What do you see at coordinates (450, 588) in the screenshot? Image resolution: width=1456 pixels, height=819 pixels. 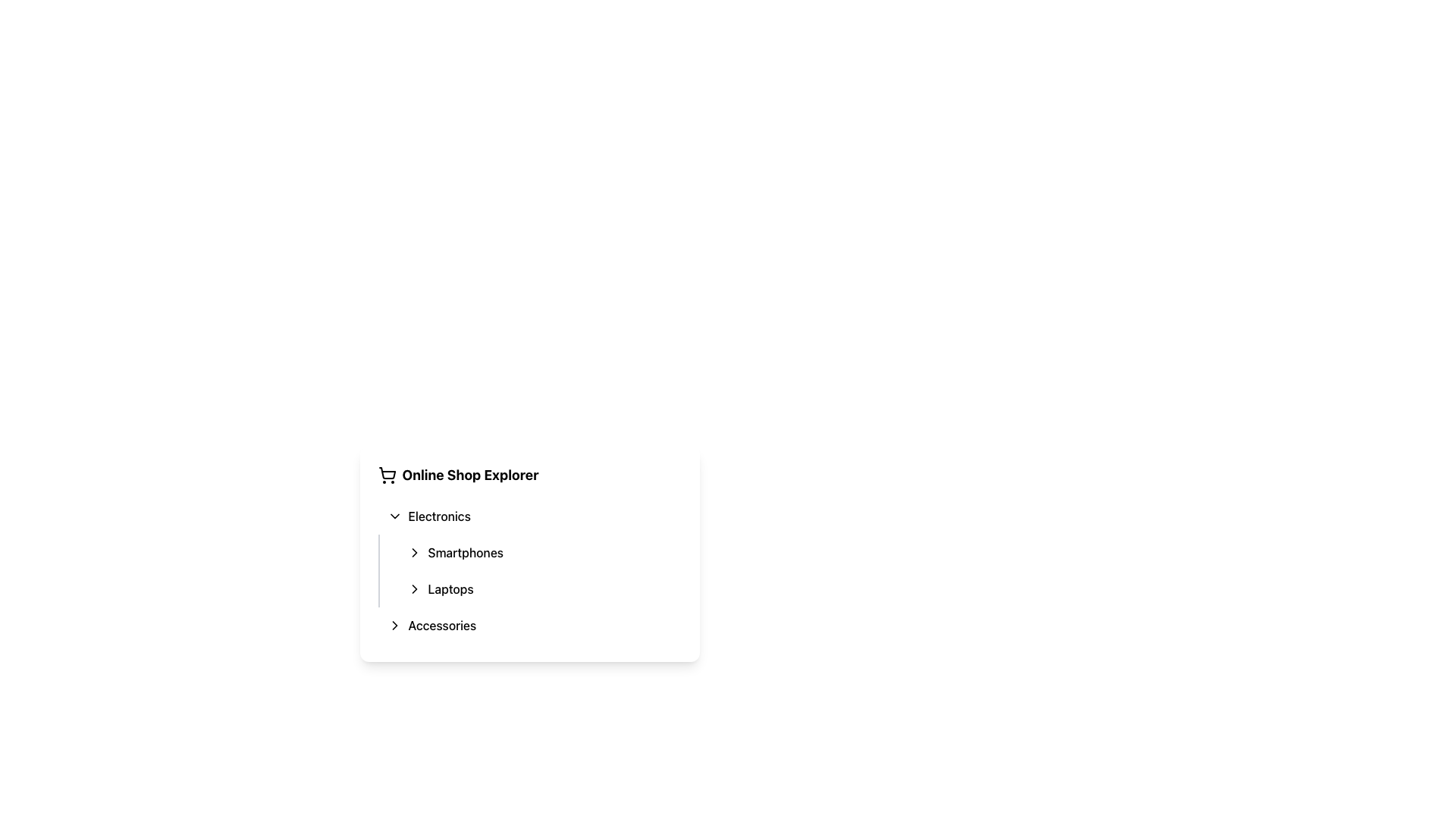 I see `the text label that says 'Laptops', which is a sub-item in the nested menu under 'Electronics', positioned between 'Smartphones' and 'Accessories'` at bounding box center [450, 588].